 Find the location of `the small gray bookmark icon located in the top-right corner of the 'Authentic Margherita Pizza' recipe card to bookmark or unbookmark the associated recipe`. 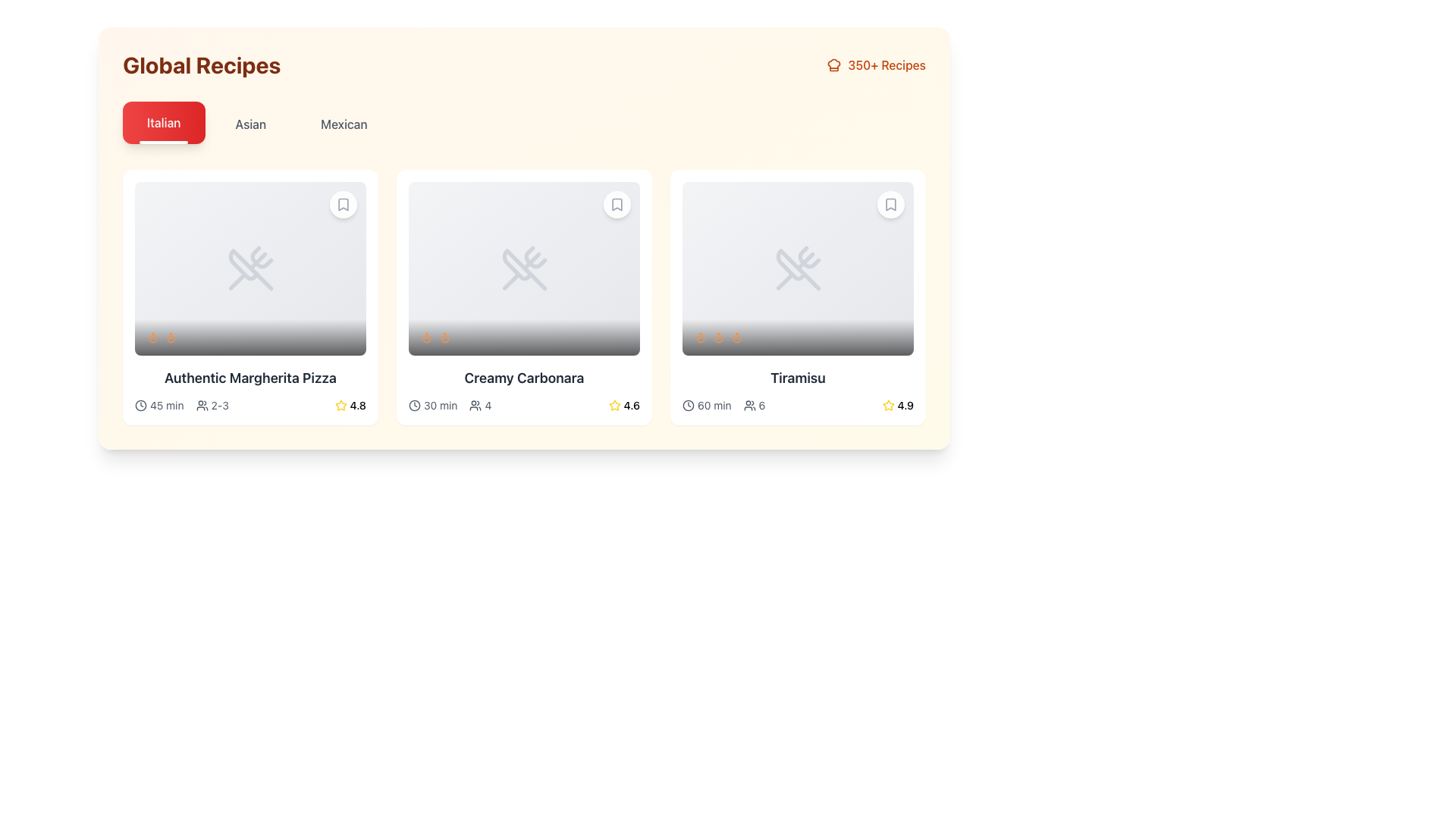

the small gray bookmark icon located in the top-right corner of the 'Authentic Margherita Pizza' recipe card to bookmark or unbookmark the associated recipe is located at coordinates (342, 205).